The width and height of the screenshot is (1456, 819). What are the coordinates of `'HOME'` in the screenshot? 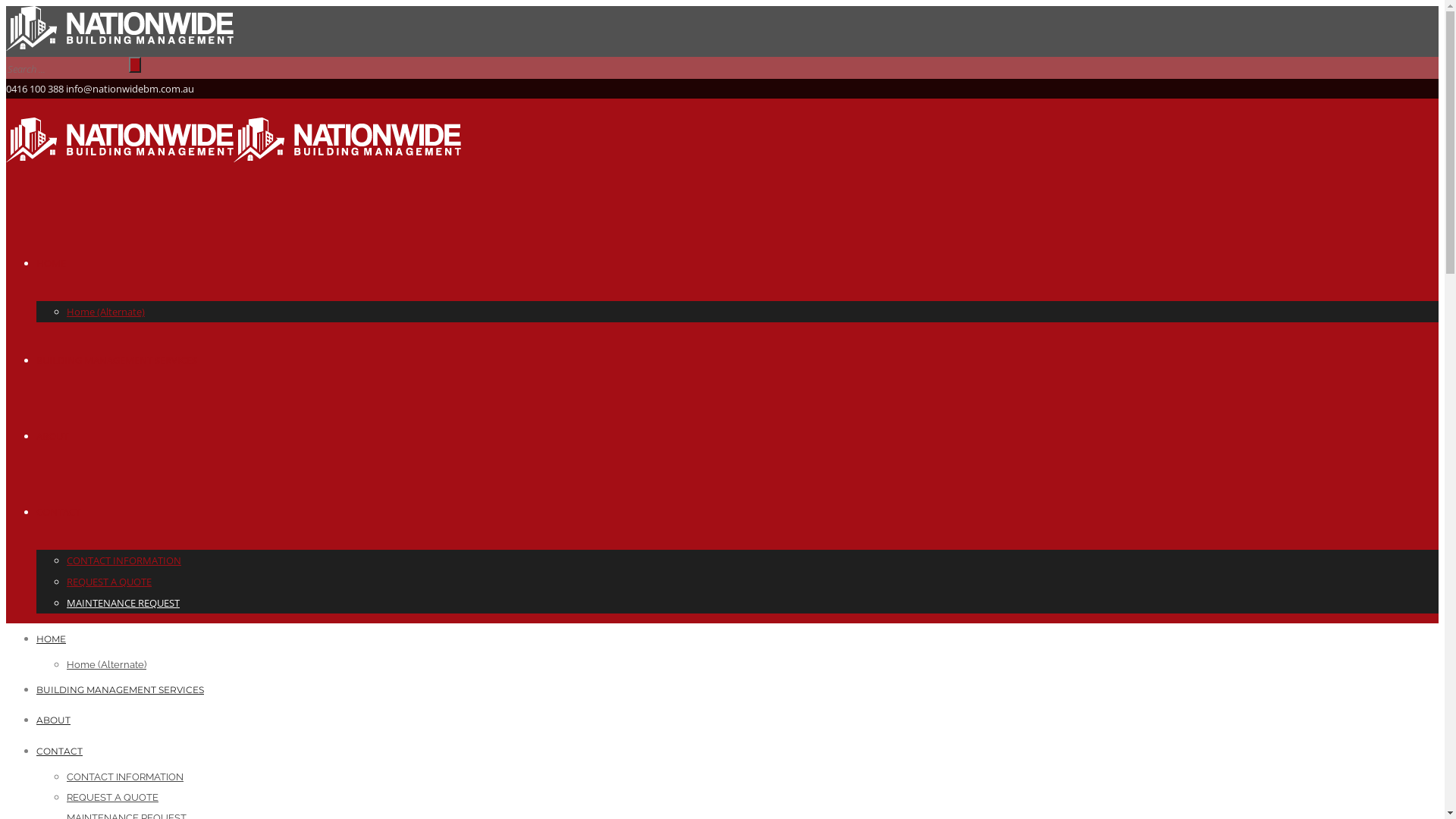 It's located at (51, 639).